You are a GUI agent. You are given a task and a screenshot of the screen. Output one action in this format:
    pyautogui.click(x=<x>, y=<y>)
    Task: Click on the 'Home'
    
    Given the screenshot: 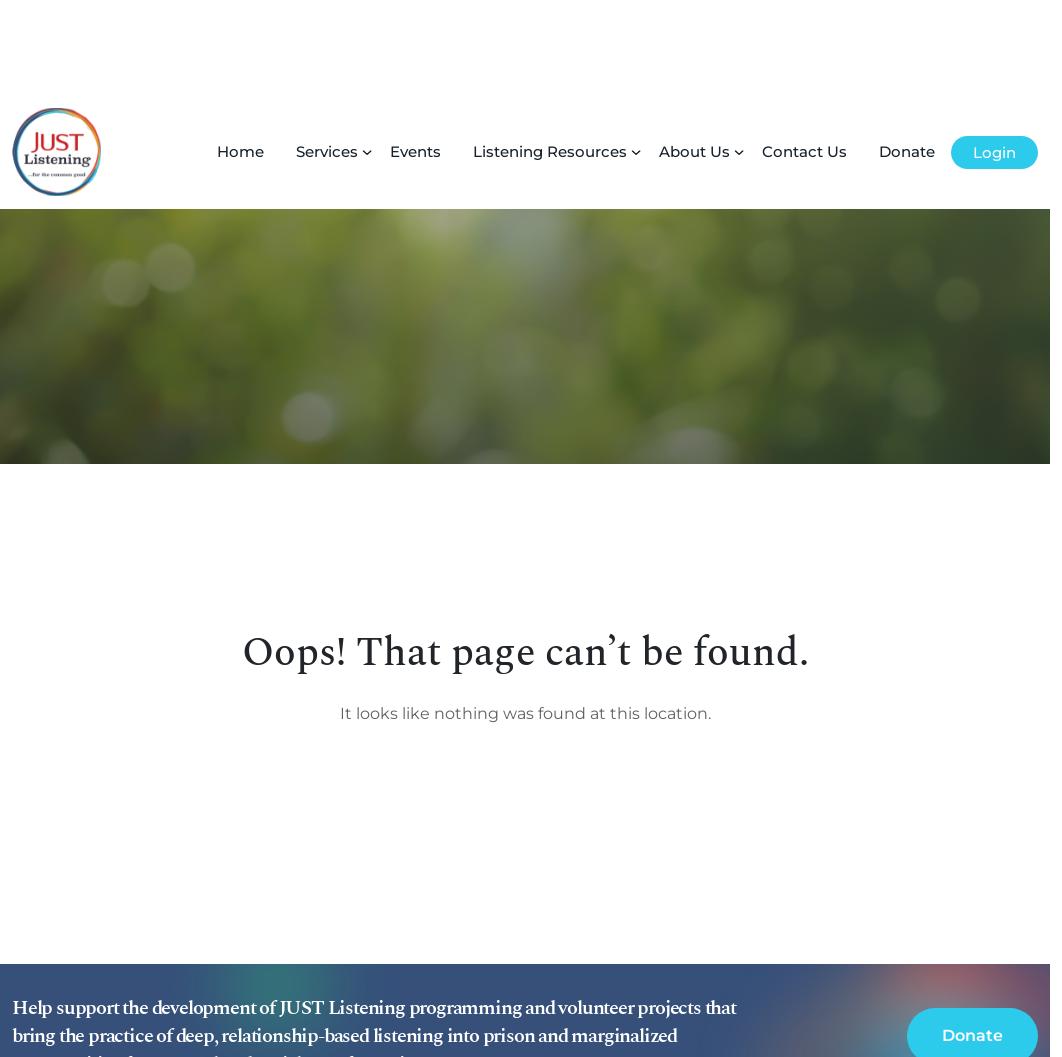 What is the action you would take?
    pyautogui.click(x=240, y=56)
    